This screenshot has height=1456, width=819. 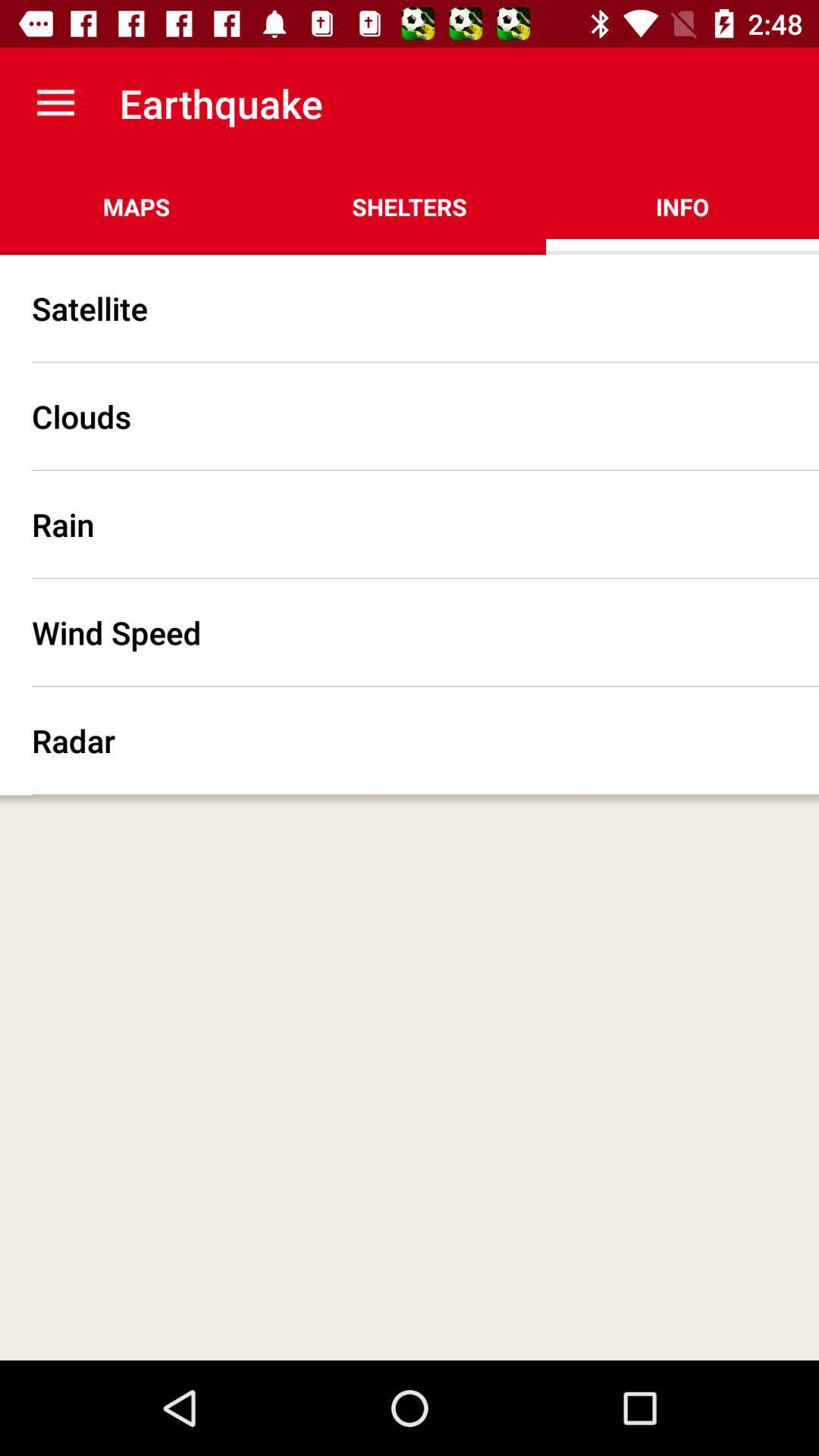 I want to click on the info at the top right corner, so click(x=681, y=206).